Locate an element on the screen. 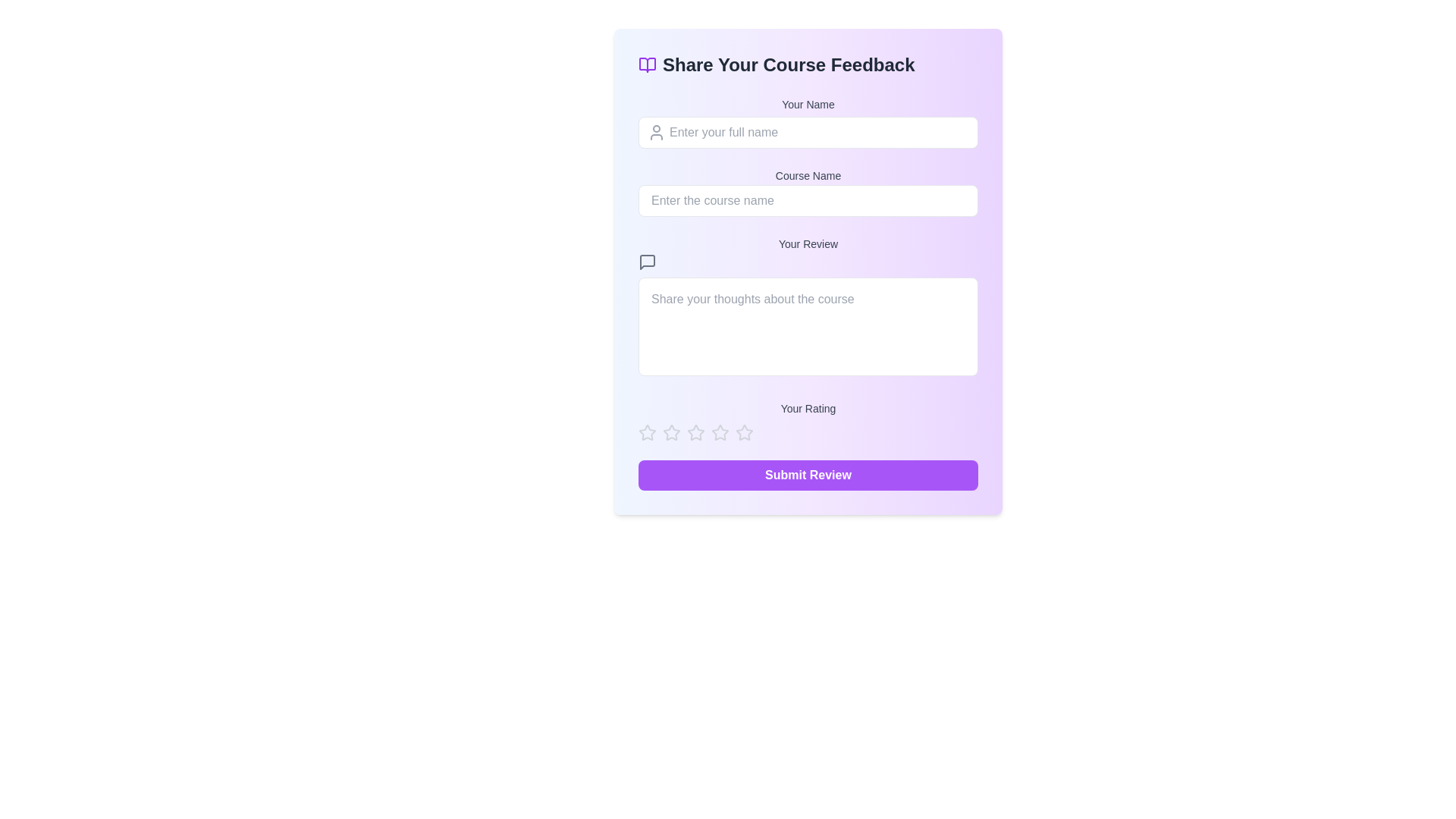 Image resolution: width=1456 pixels, height=819 pixels. the second star icon in the 'Your Rating' section is located at coordinates (695, 432).